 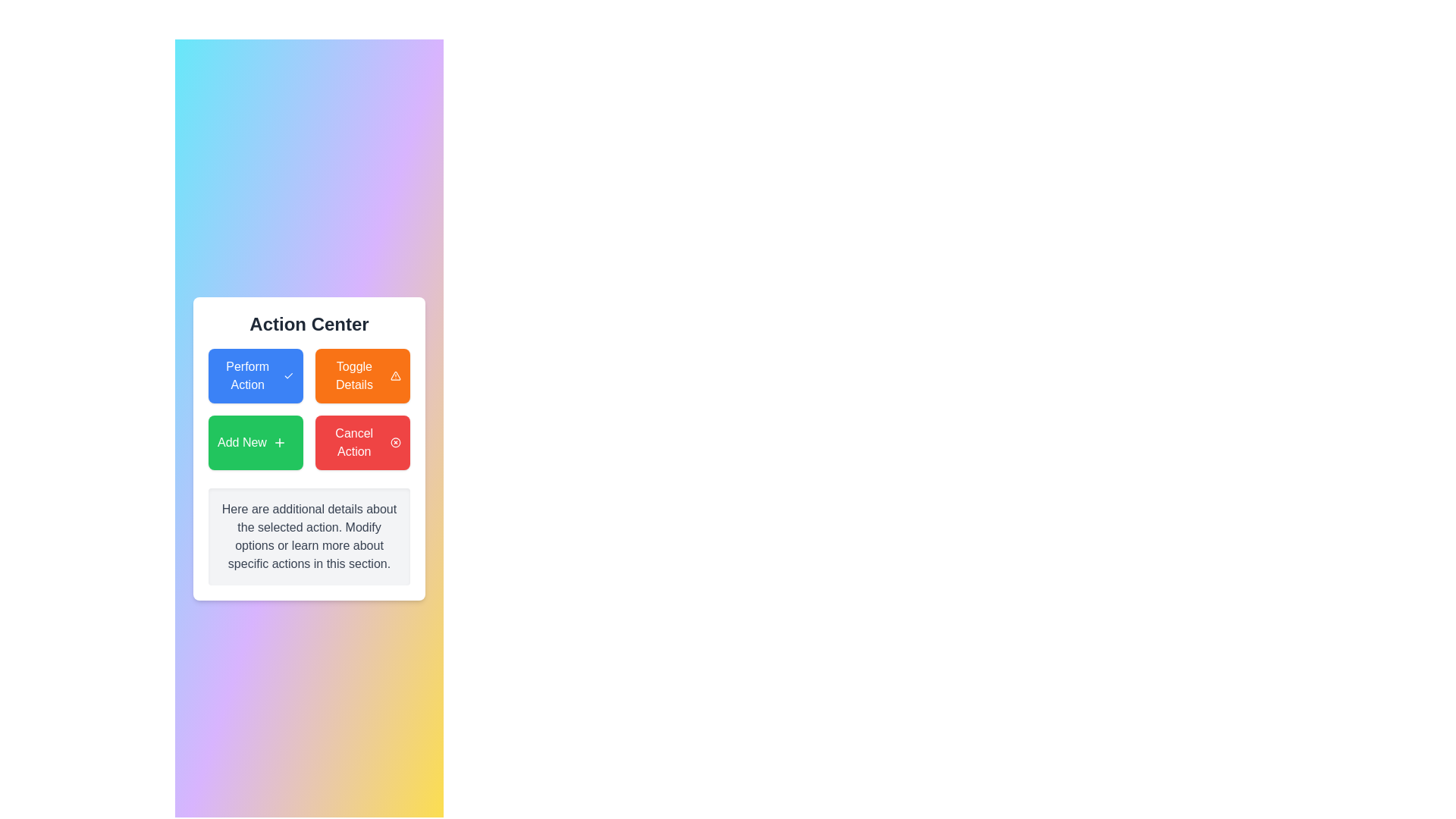 What do you see at coordinates (395, 375) in the screenshot?
I see `the alert or warning icon within the 'Toggle Details' button located in the 'Action Center'` at bounding box center [395, 375].